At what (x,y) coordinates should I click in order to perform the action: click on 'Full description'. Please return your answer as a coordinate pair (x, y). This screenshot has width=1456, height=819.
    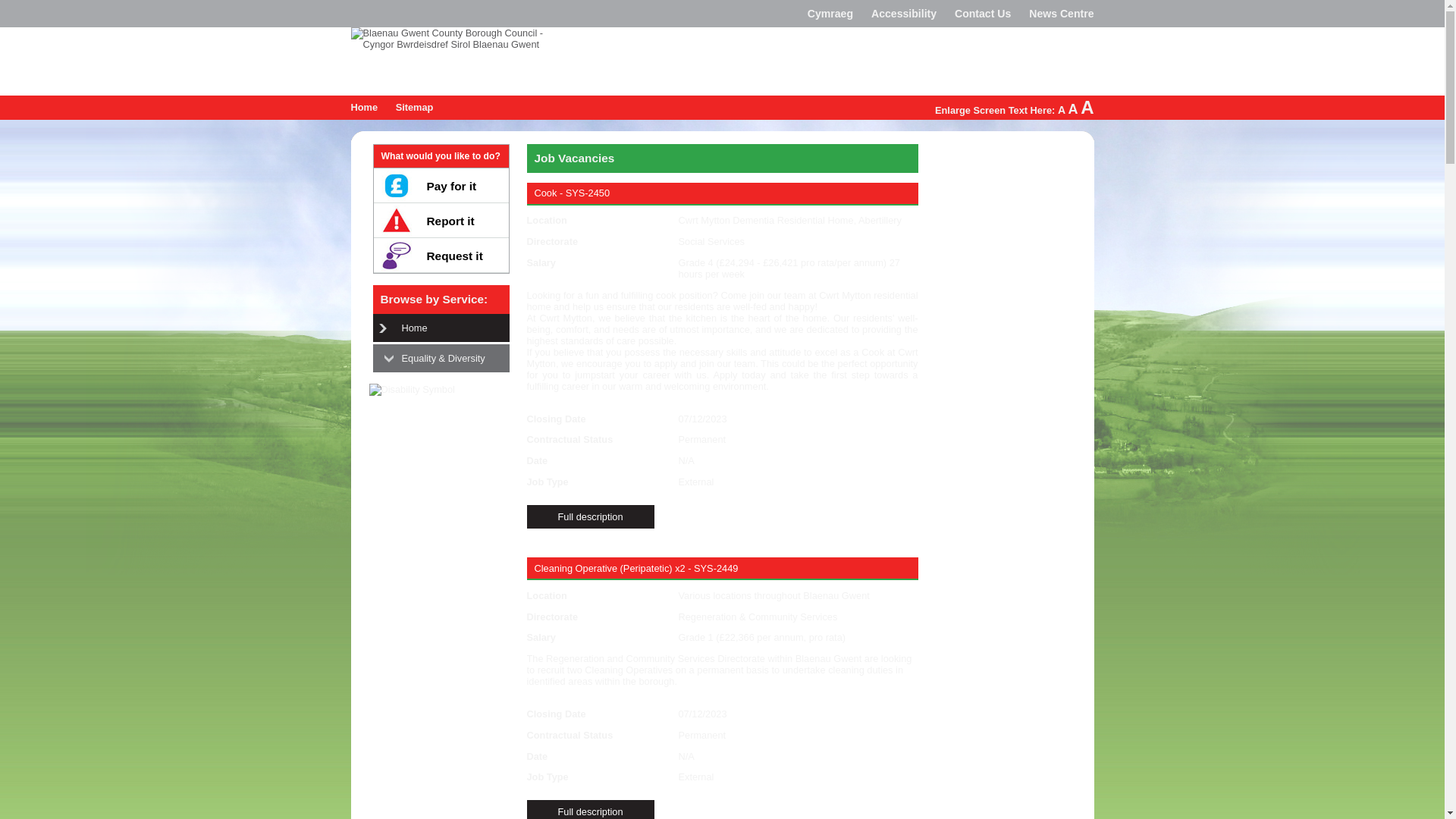
    Looking at the image, I should click on (588, 516).